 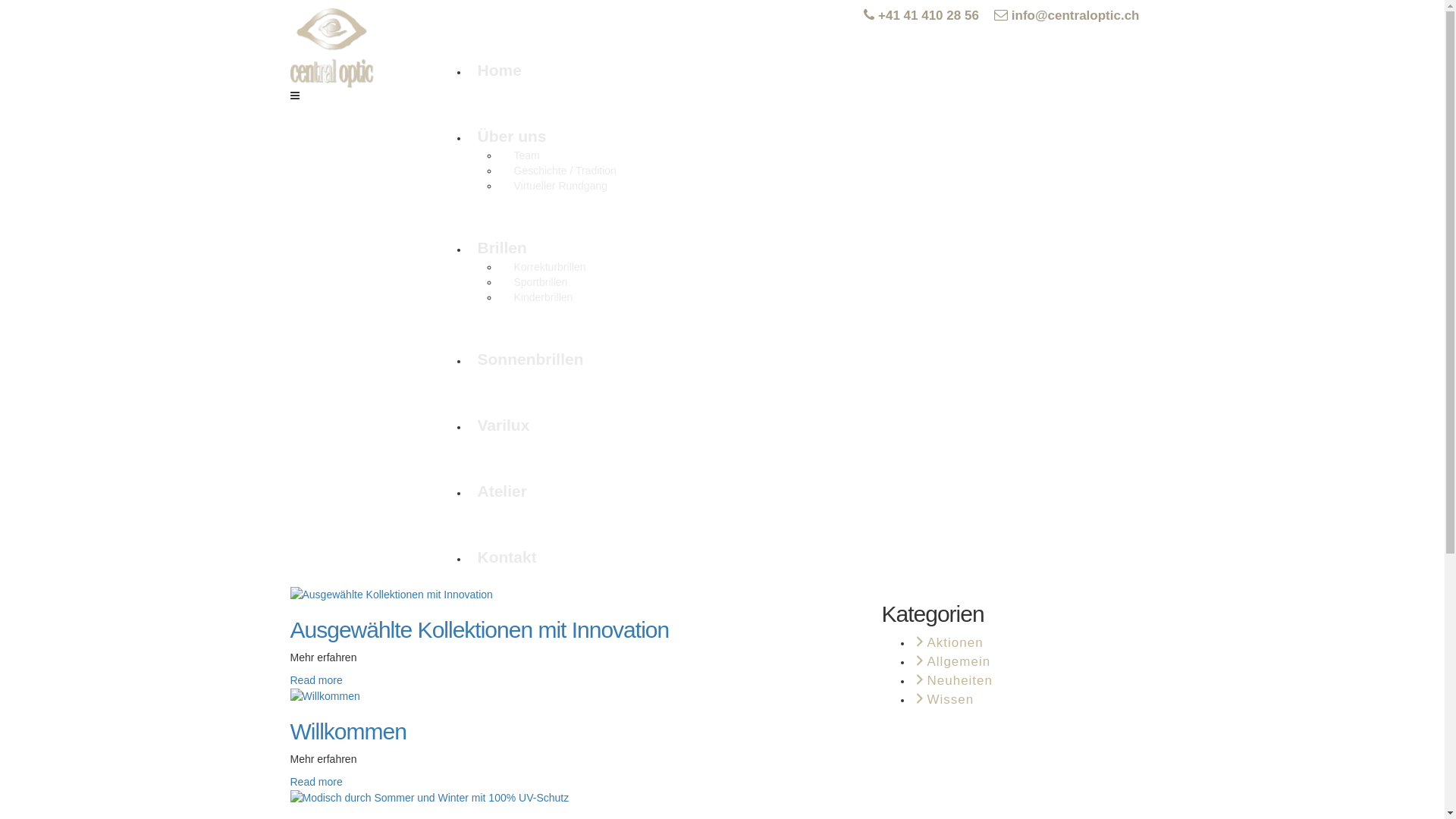 I want to click on 'Allgemein', so click(x=910, y=661).